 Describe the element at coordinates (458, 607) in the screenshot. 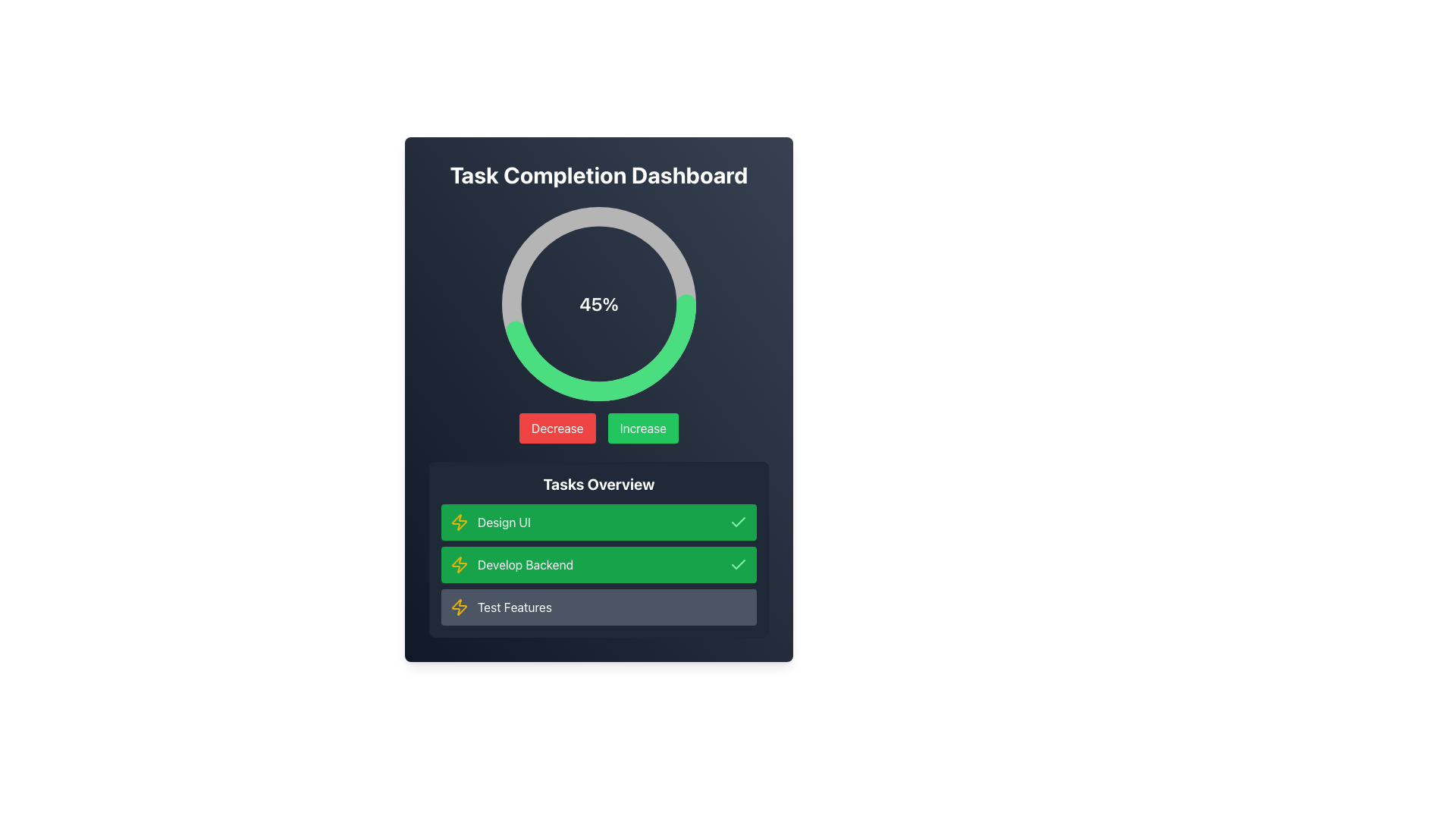

I see `the Vector graphics icon indicating the power or energy status for the task labeled 'Test Features', which is the third item in the 'Tasks Overview' section` at that location.